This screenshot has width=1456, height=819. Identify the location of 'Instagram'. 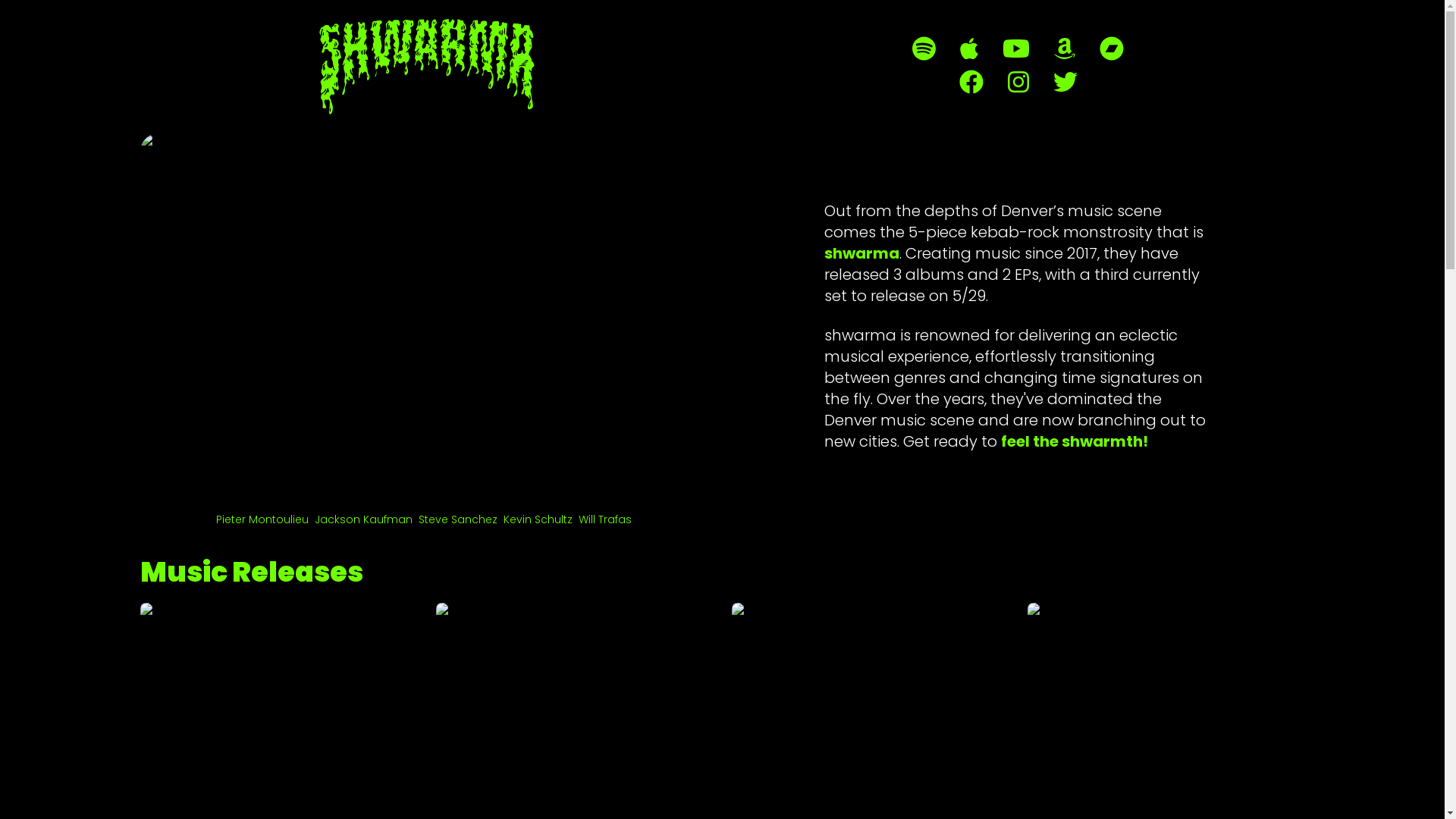
(1018, 82).